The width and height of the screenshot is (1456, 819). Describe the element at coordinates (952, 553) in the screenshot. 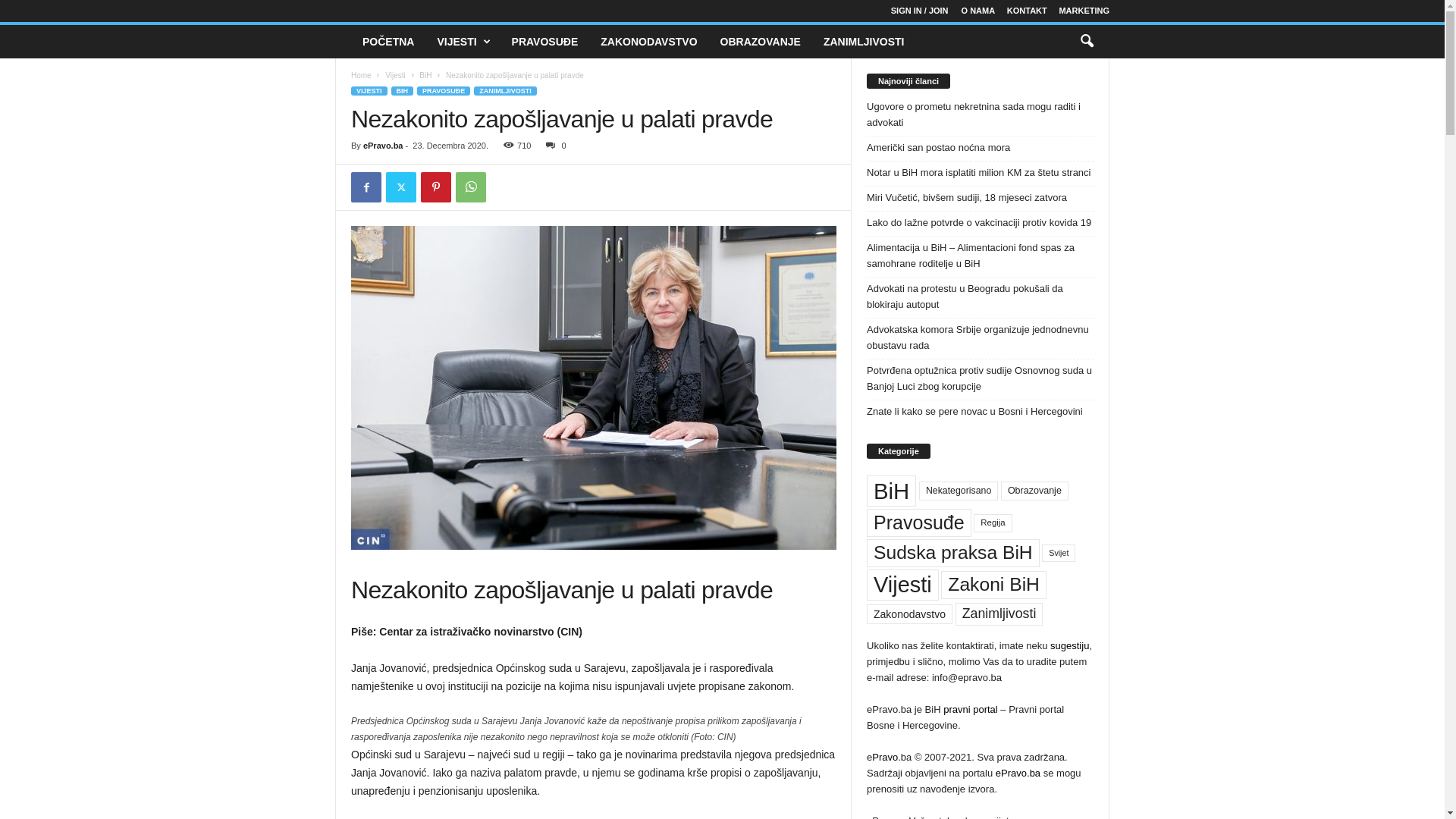

I see `'Sudska praksa BiH'` at that location.